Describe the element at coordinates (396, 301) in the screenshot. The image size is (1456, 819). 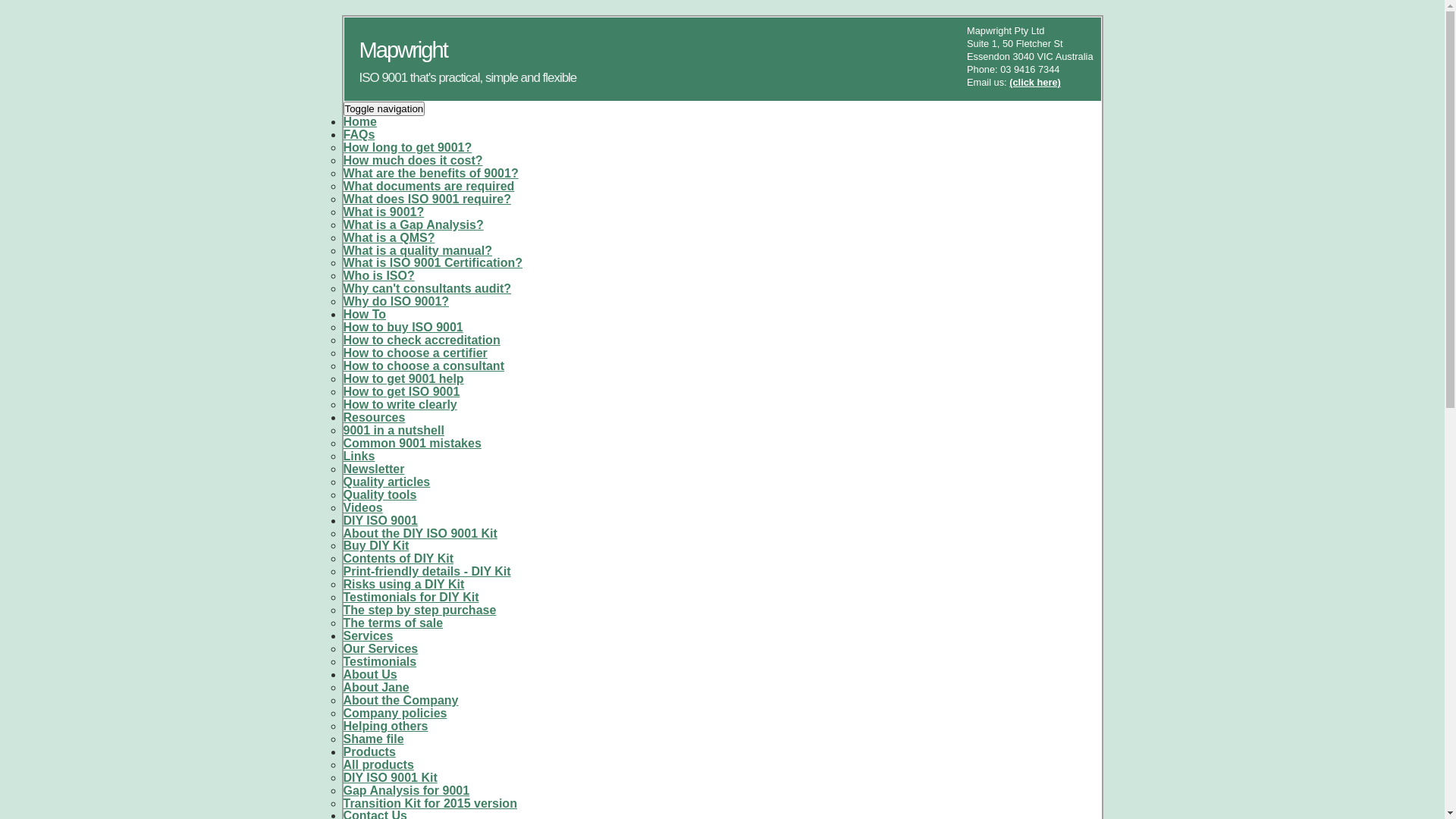
I see `'Why do ISO 9001?'` at that location.